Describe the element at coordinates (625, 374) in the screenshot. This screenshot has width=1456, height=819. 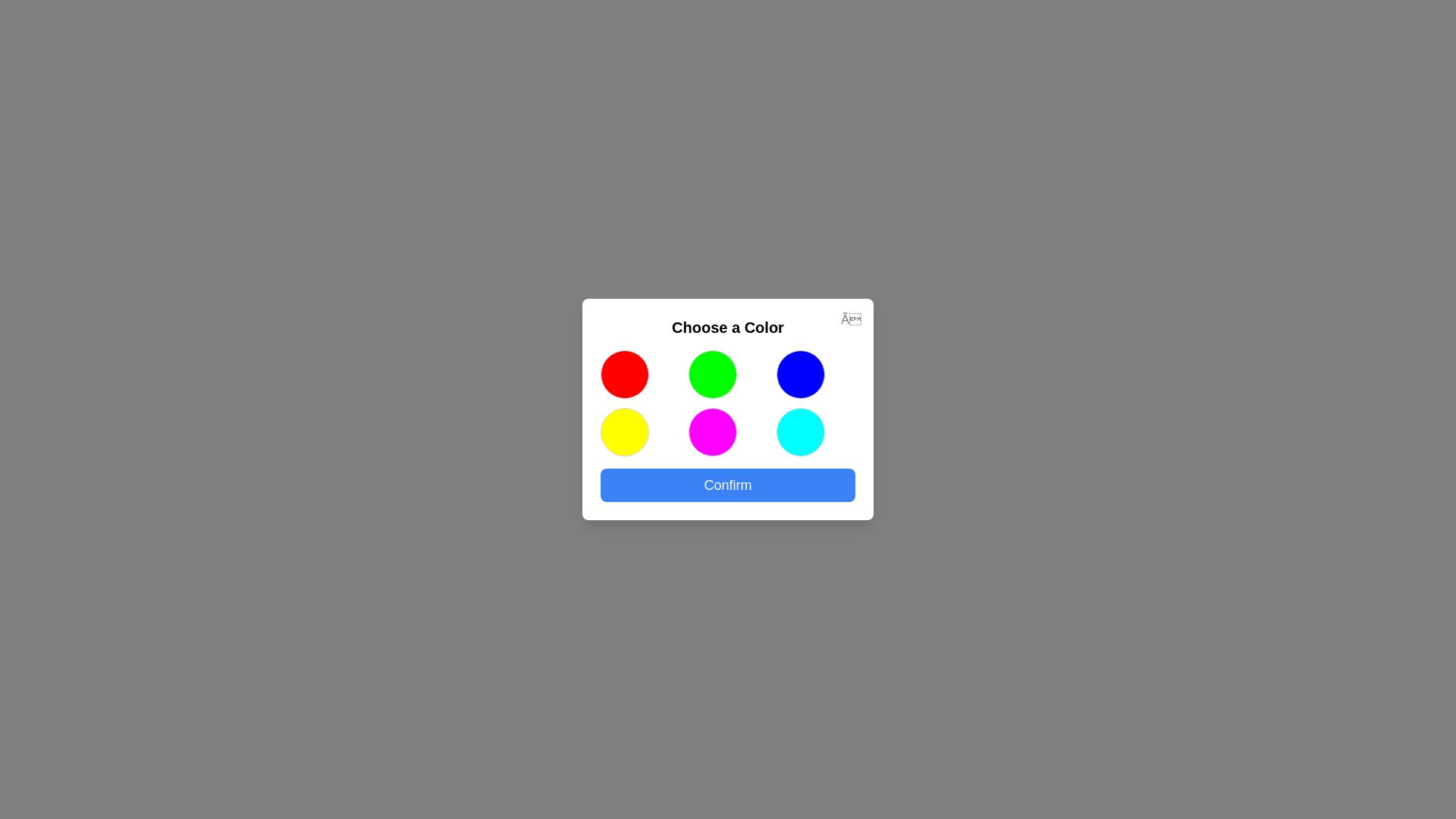
I see `the colored circle corresponding to red` at that location.